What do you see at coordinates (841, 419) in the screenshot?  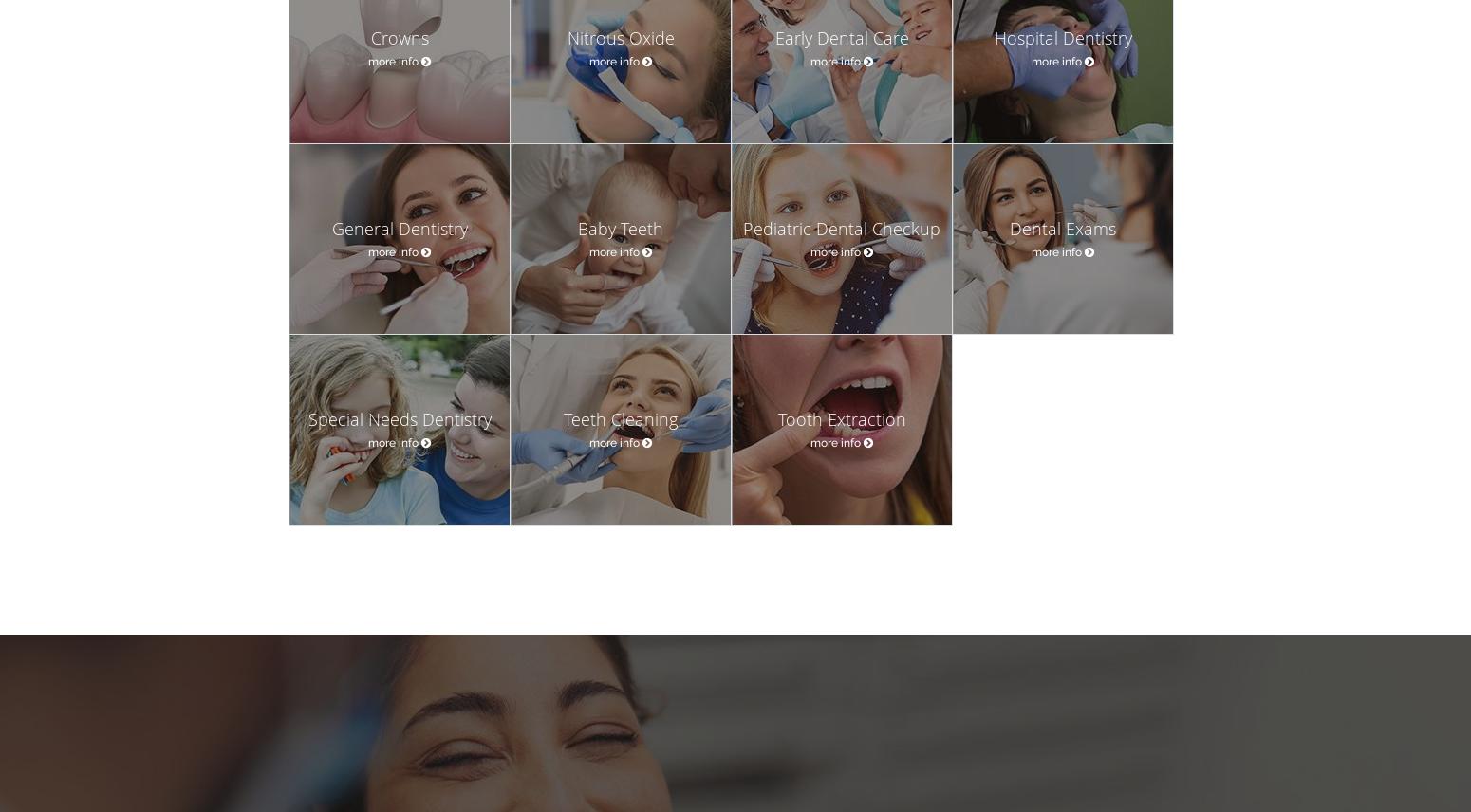 I see `'Tooth Extraction'` at bounding box center [841, 419].